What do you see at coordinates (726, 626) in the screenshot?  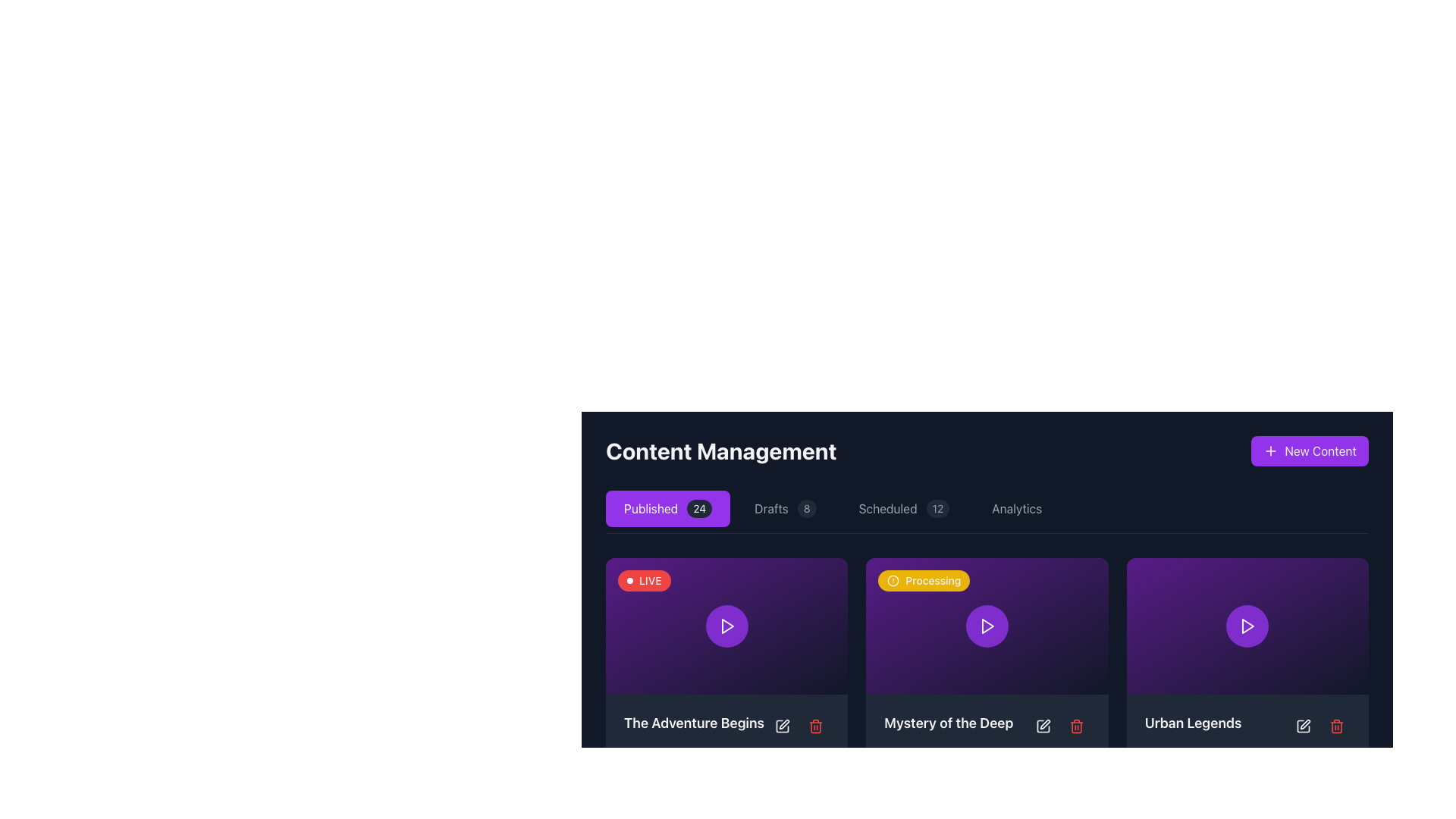 I see `the play button located at the top-center of the purple content card labeled 'The Adventure Begins' in the 'Content Management' section` at bounding box center [726, 626].